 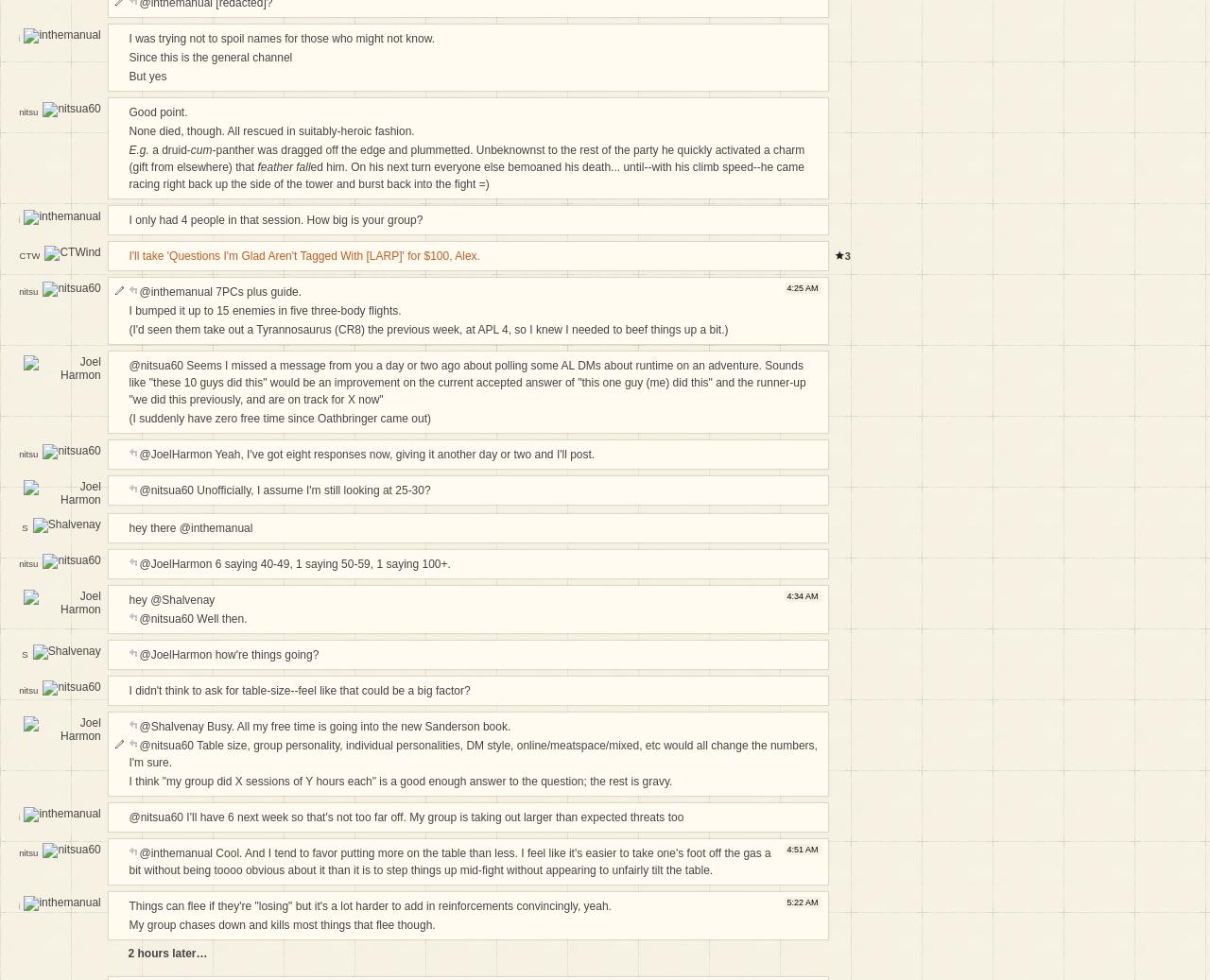 What do you see at coordinates (228, 653) in the screenshot?
I see `'@JoelHarmon how're things going?'` at bounding box center [228, 653].